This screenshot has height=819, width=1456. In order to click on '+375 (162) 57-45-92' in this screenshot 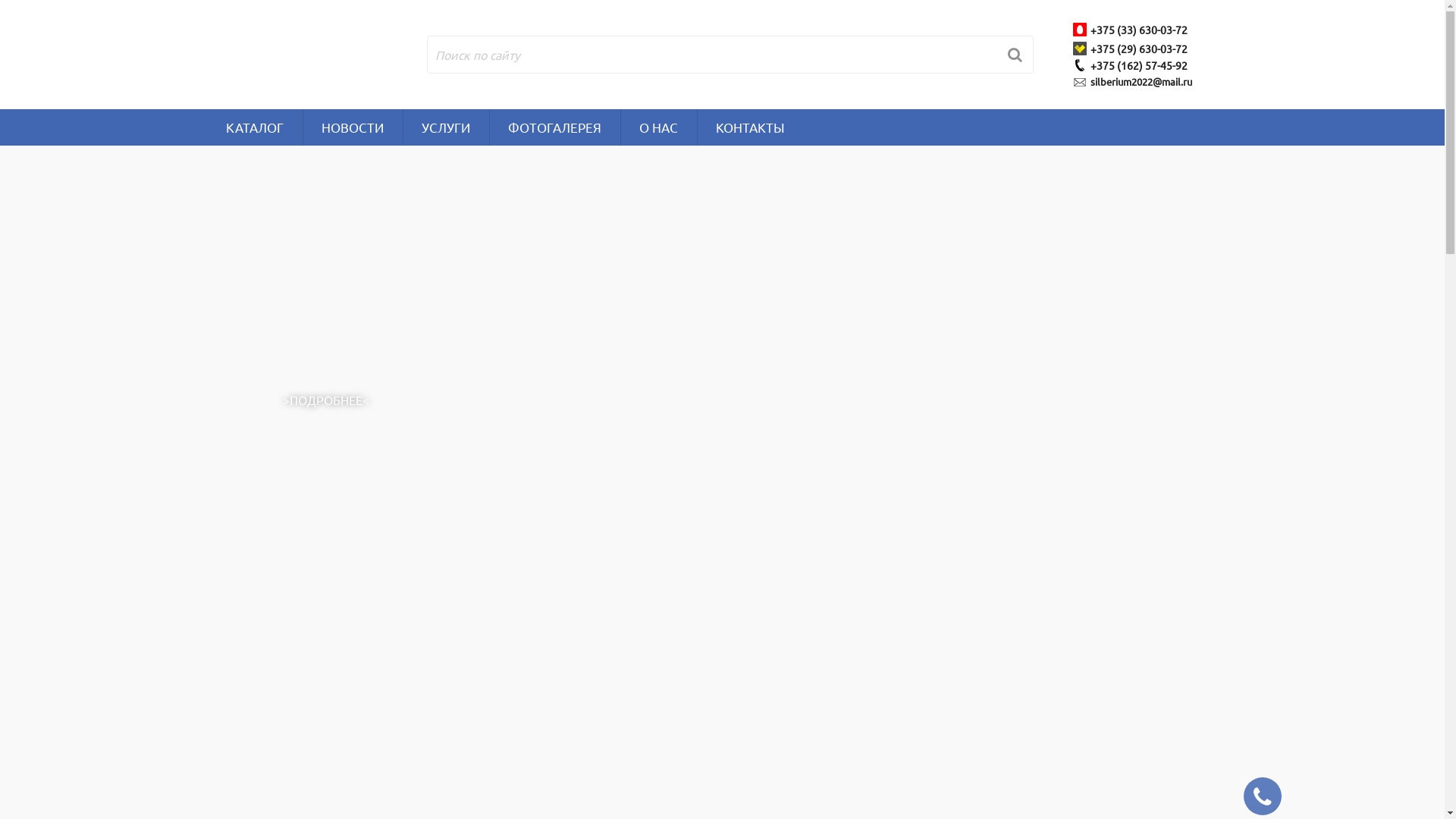, I will do `click(1141, 64)`.